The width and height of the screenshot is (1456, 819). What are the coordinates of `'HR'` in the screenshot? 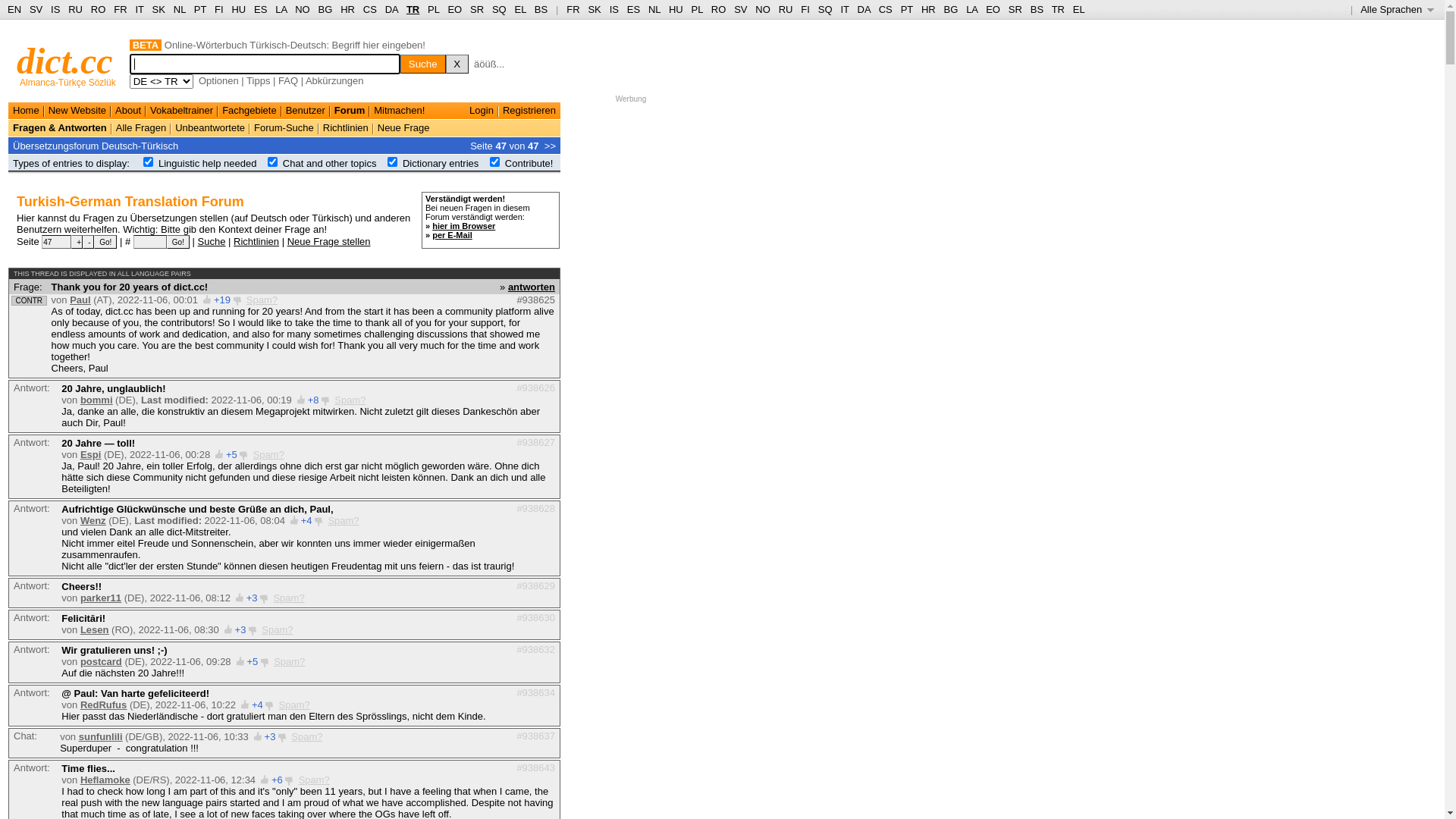 It's located at (927, 9).